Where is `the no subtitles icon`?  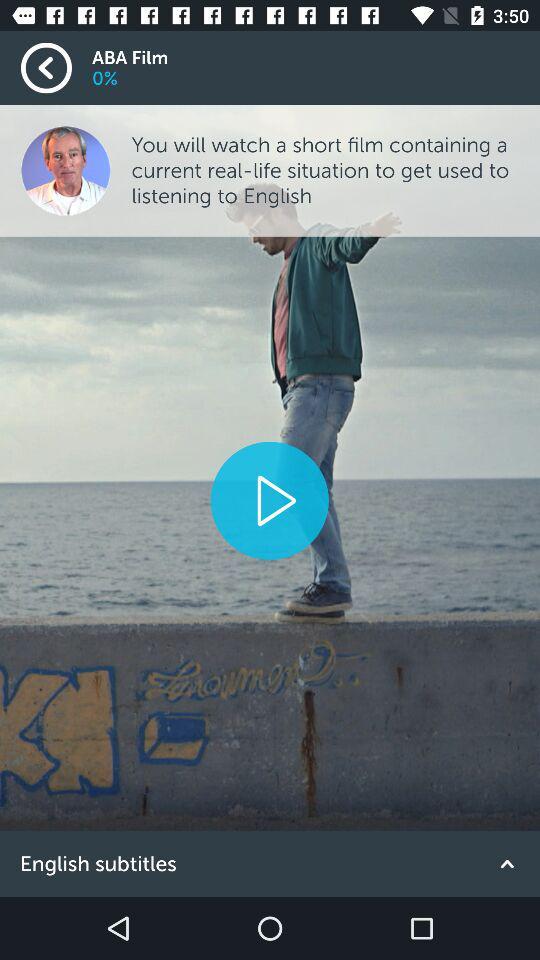 the no subtitles icon is located at coordinates (270, 863).